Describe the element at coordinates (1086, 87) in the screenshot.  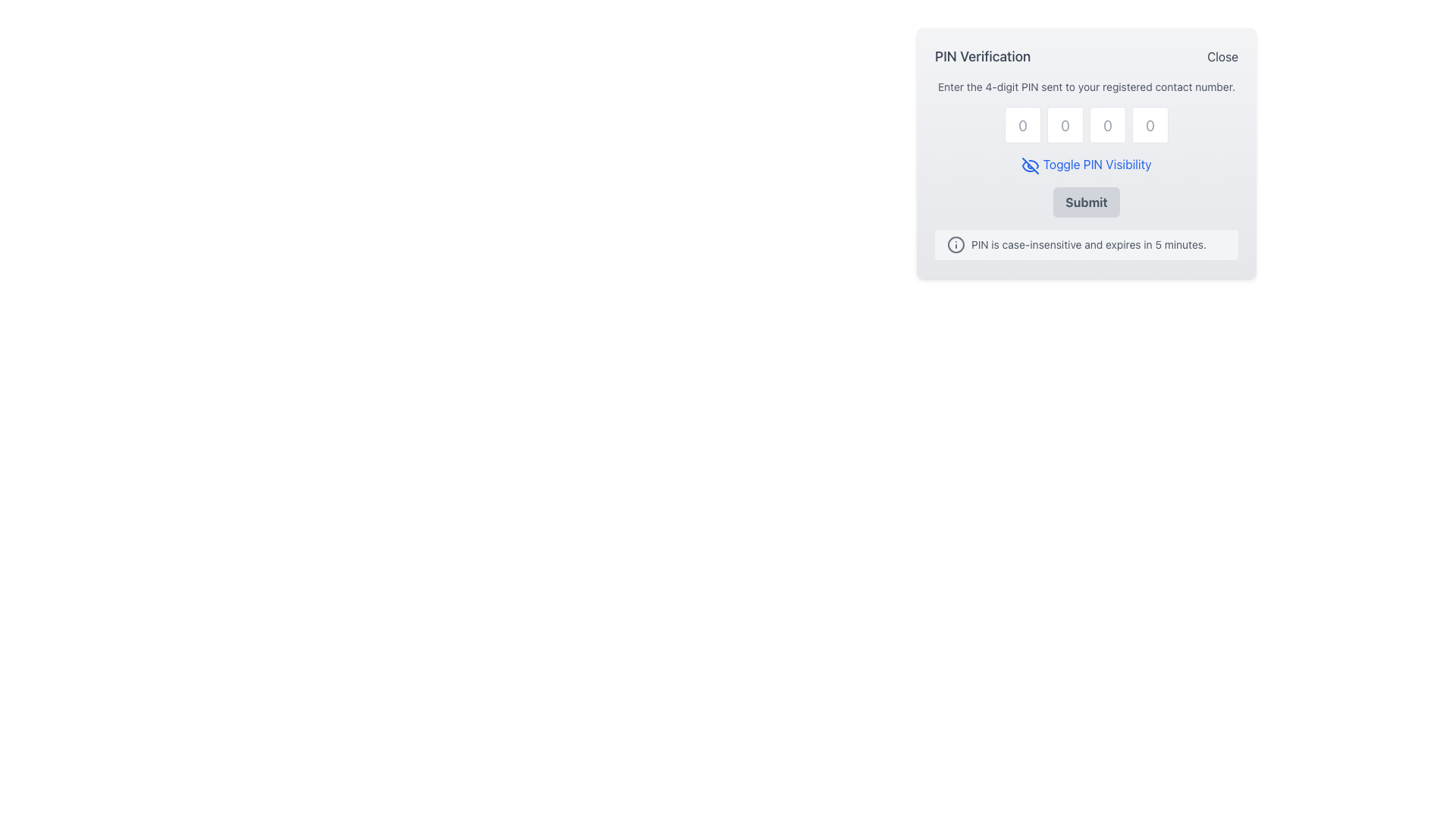
I see `instructions from the text label displaying 'Enter the 4-digit PIN sent to your registered contact number.' located under the 'PIN Verification' header` at that location.